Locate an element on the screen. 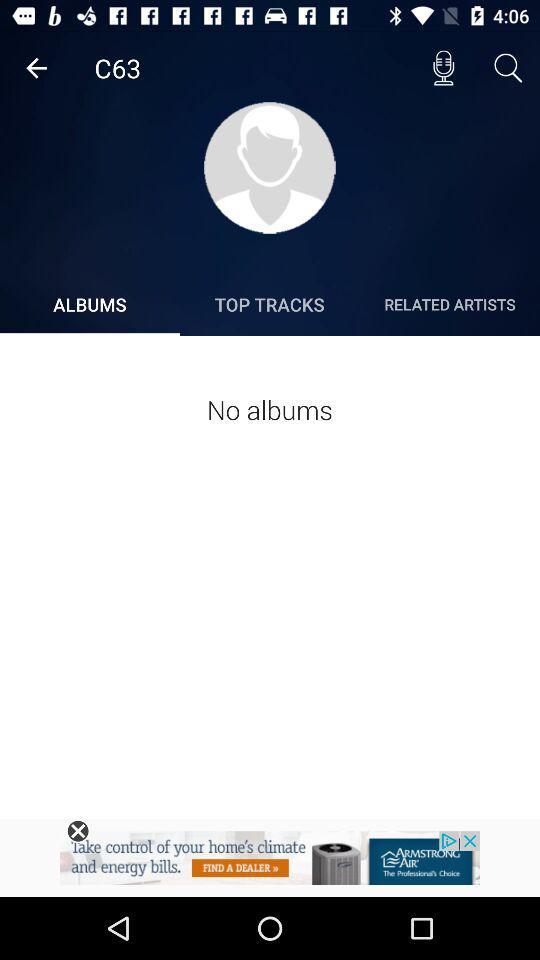  the advertisement banner is located at coordinates (77, 831).